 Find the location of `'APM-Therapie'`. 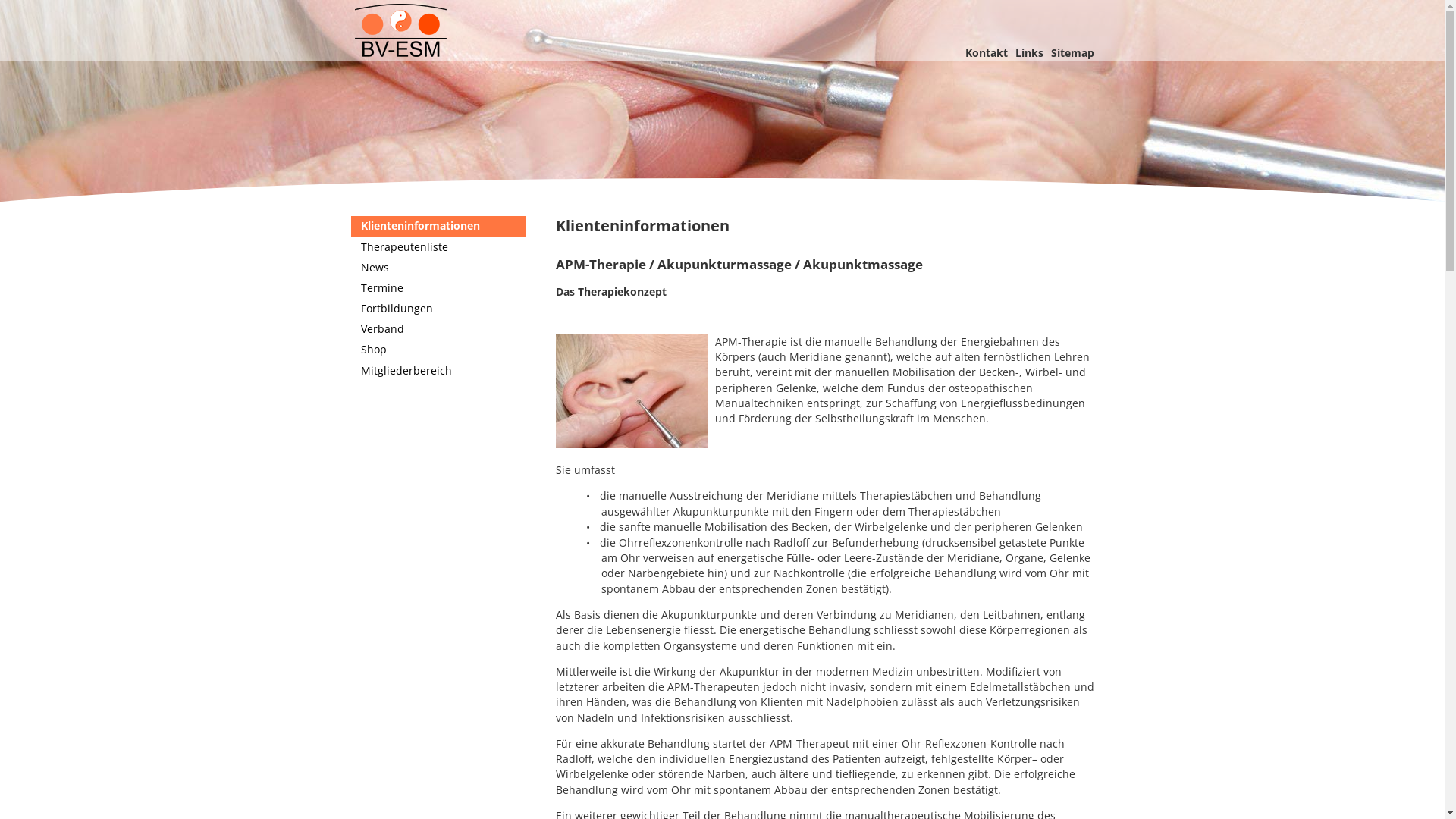

'APM-Therapie' is located at coordinates (721, 107).